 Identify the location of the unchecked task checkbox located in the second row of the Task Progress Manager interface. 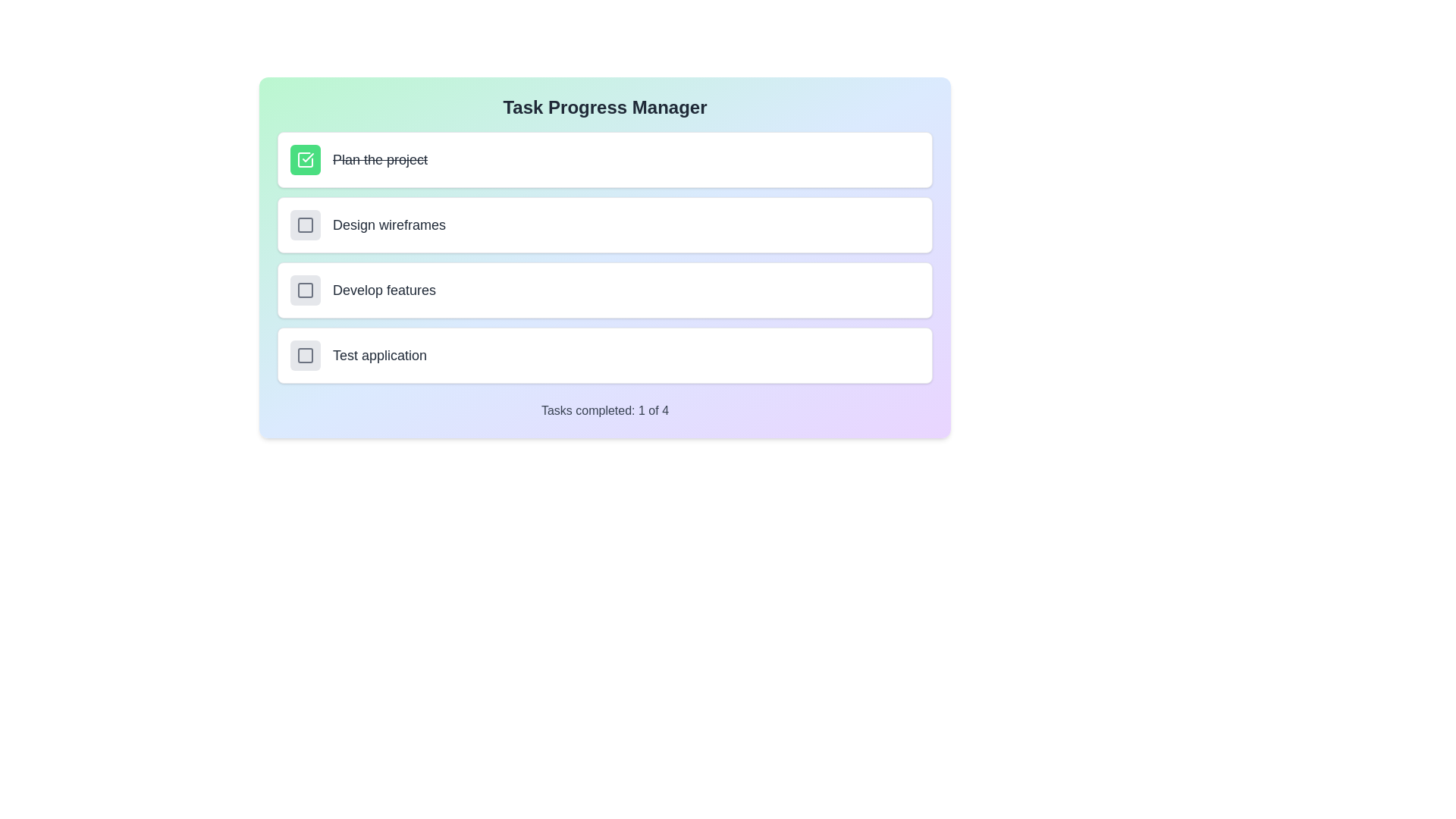
(305, 225).